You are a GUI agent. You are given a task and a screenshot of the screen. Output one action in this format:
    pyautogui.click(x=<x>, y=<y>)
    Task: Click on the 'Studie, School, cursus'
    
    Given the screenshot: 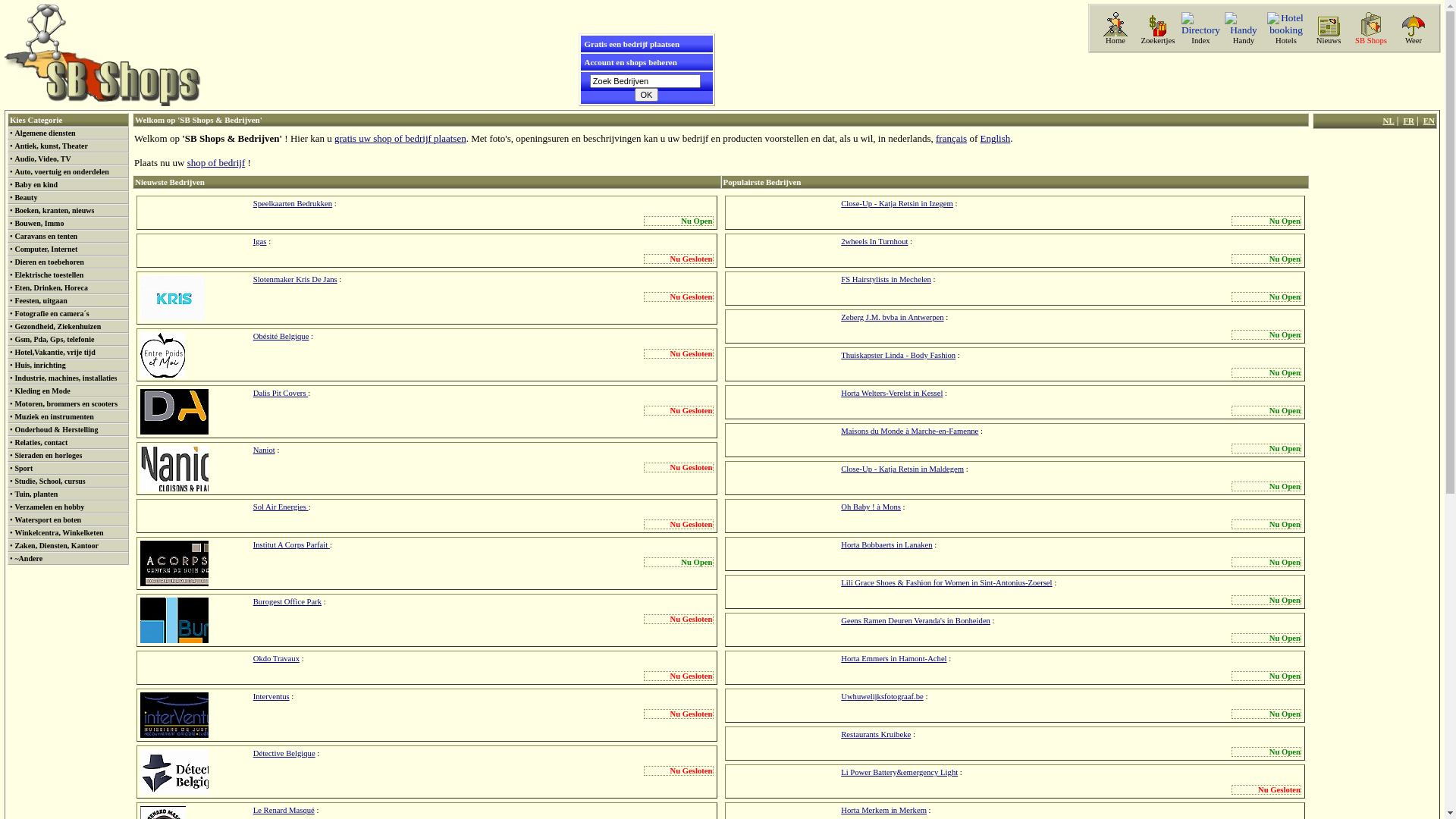 What is the action you would take?
    pyautogui.click(x=49, y=481)
    